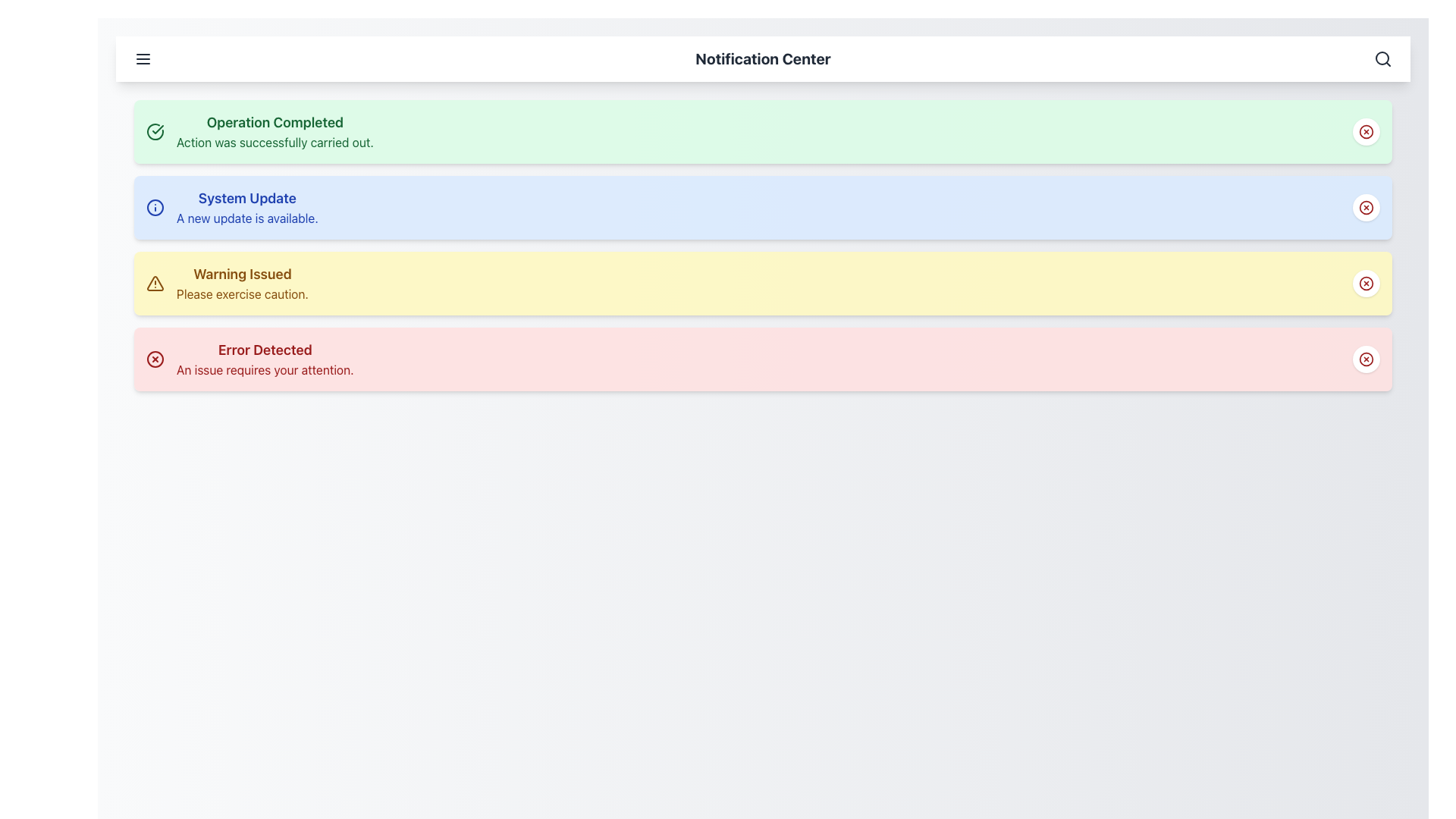 This screenshot has width=1456, height=819. I want to click on the alert icon located in the third notification item marked by a yellow background and the text 'Warning Issued', so click(155, 284).